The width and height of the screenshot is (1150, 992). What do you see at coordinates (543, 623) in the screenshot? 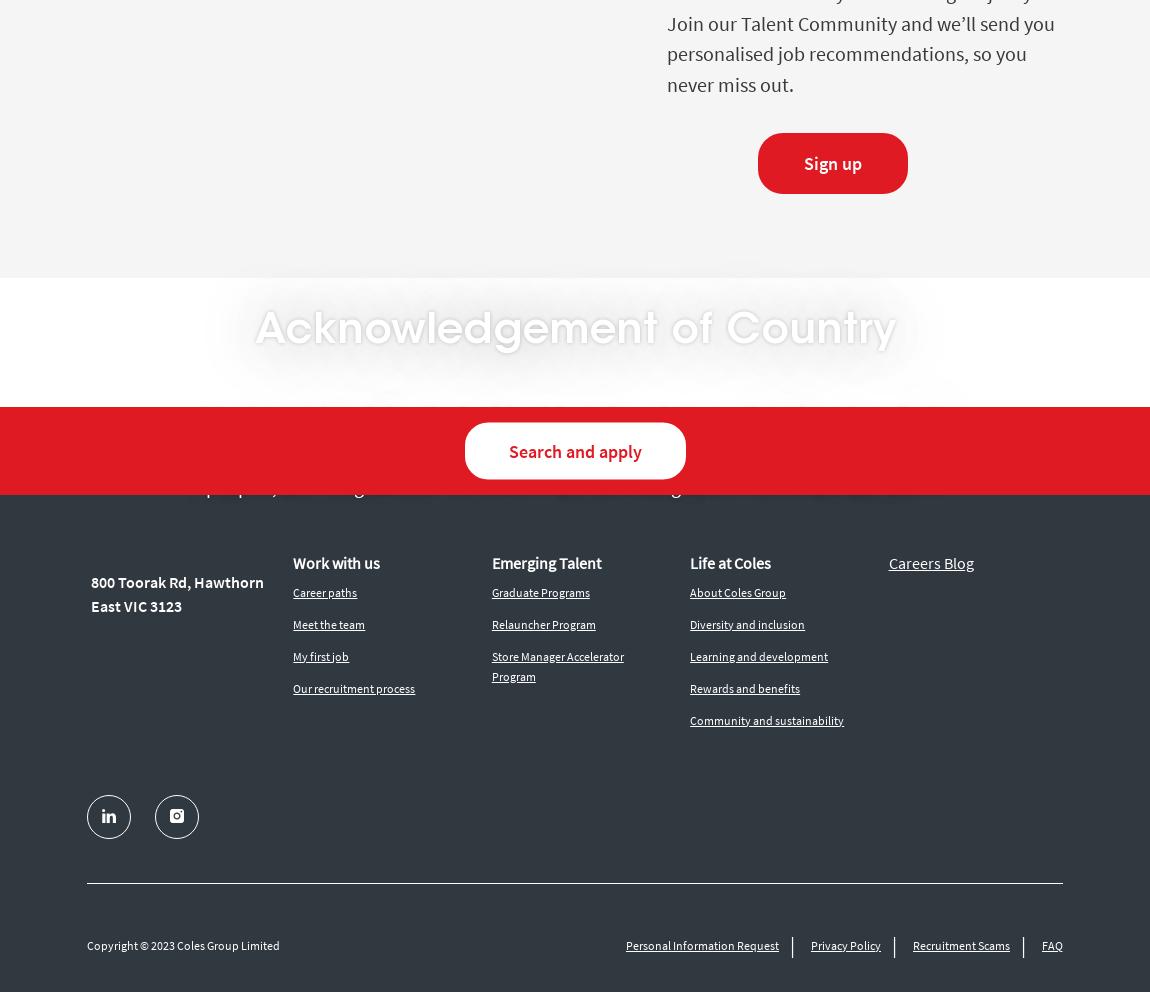
I see `'Relauncher Program'` at bounding box center [543, 623].